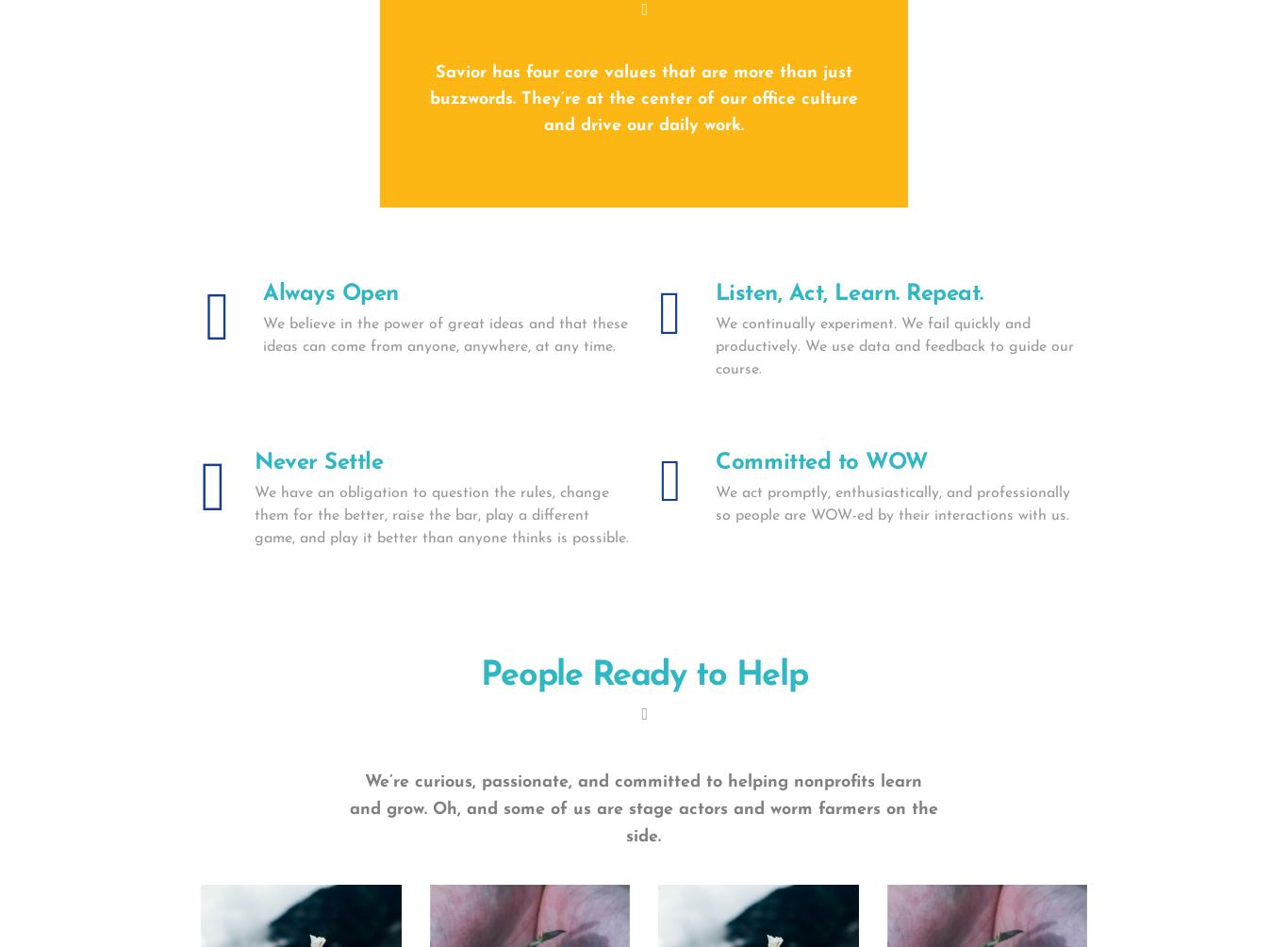 Image resolution: width=1288 pixels, height=947 pixels. Describe the element at coordinates (642, 99) in the screenshot. I see `'Savior has four core values that are more than just buzzwords. They’re at the center of our office culture and drive our daily work.'` at that location.